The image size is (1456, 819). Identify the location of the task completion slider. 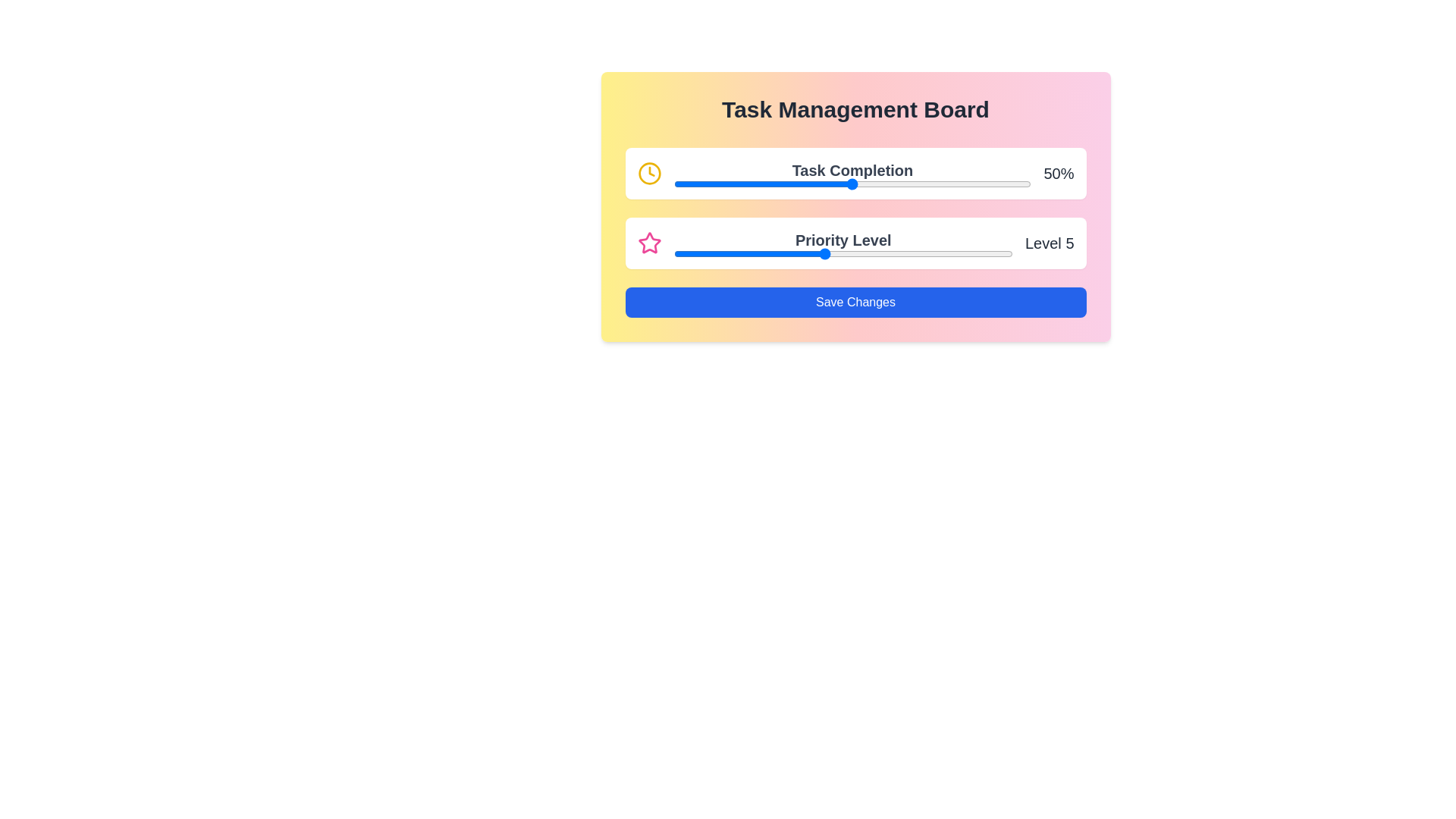
(716, 184).